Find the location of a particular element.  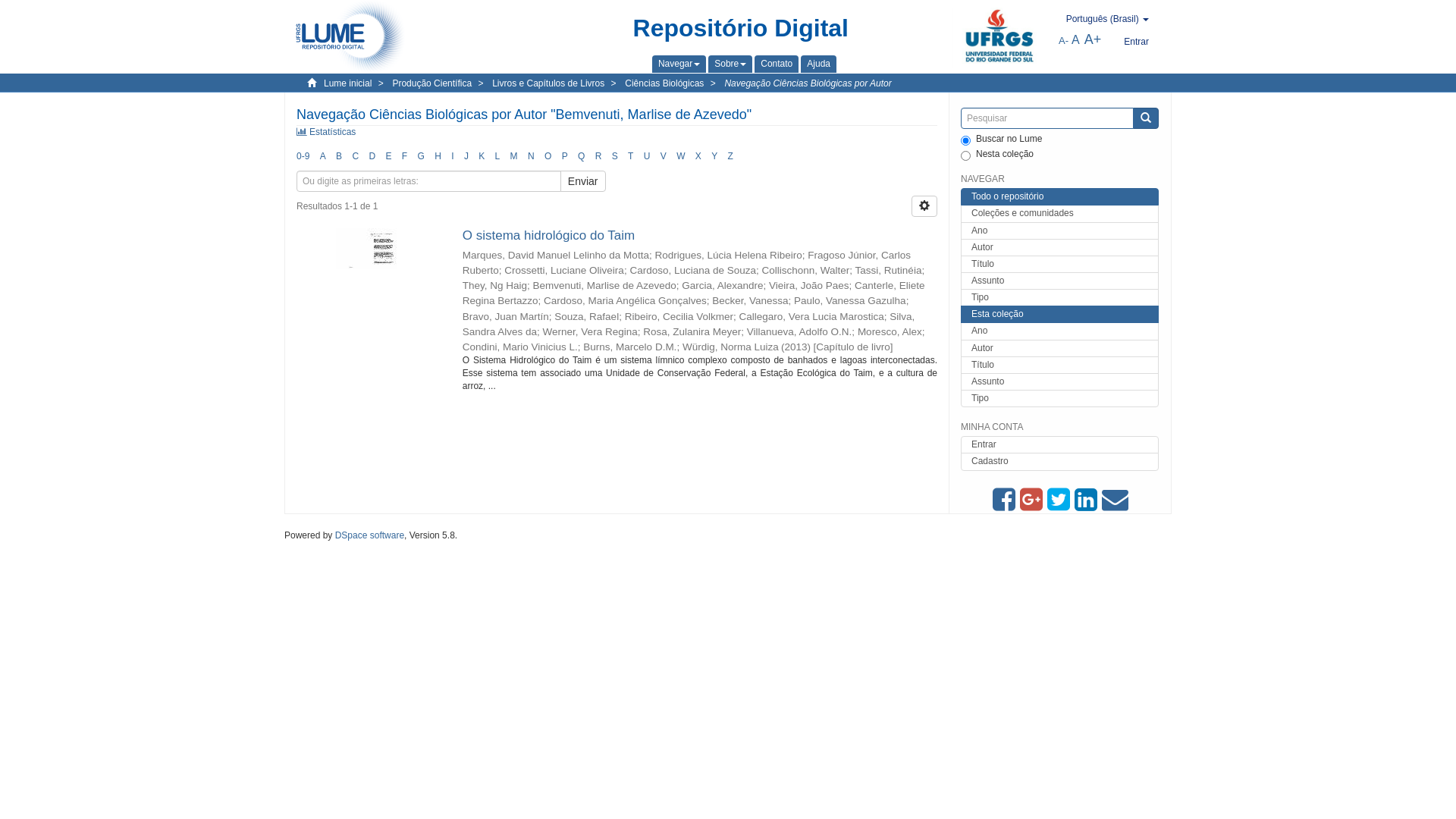

'P' is located at coordinates (563, 155).